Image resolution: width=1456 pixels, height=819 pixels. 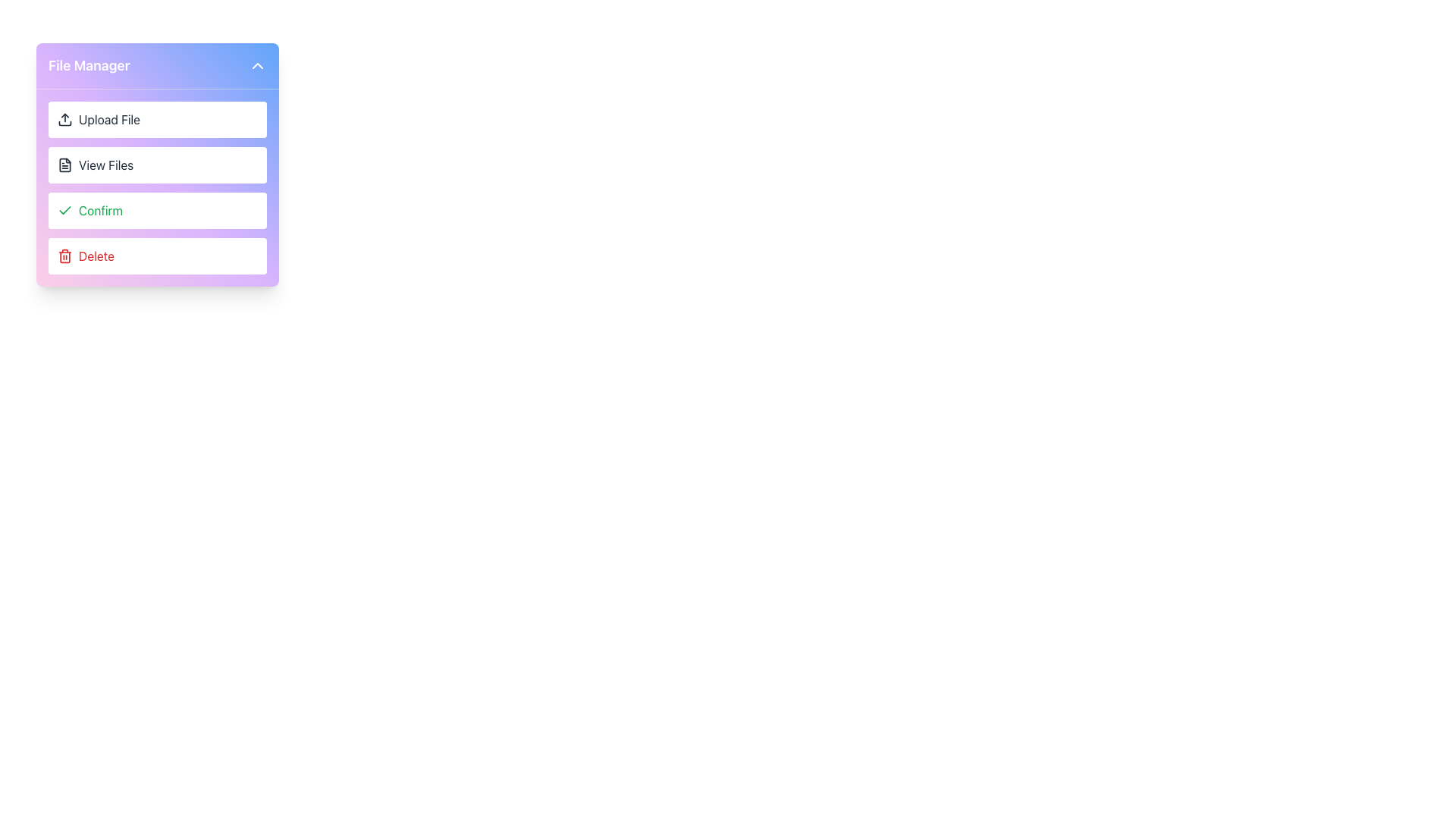 I want to click on the icon located to the left of the 'View Files' label in the 'File Manager' interface, which is part of the second menu item in the list, so click(x=64, y=165).